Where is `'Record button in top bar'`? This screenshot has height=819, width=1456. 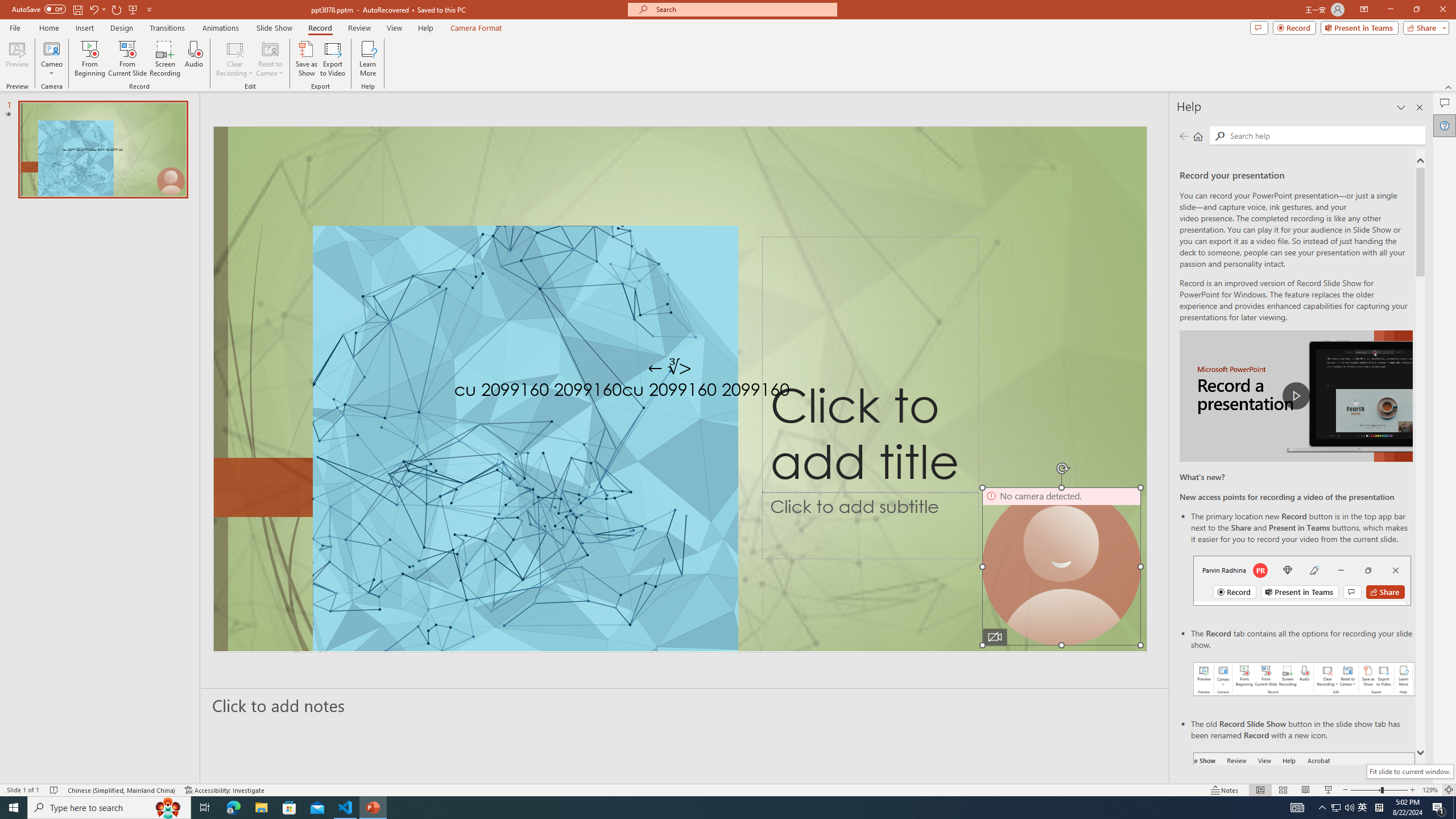
'Record button in top bar' is located at coordinates (1301, 580).